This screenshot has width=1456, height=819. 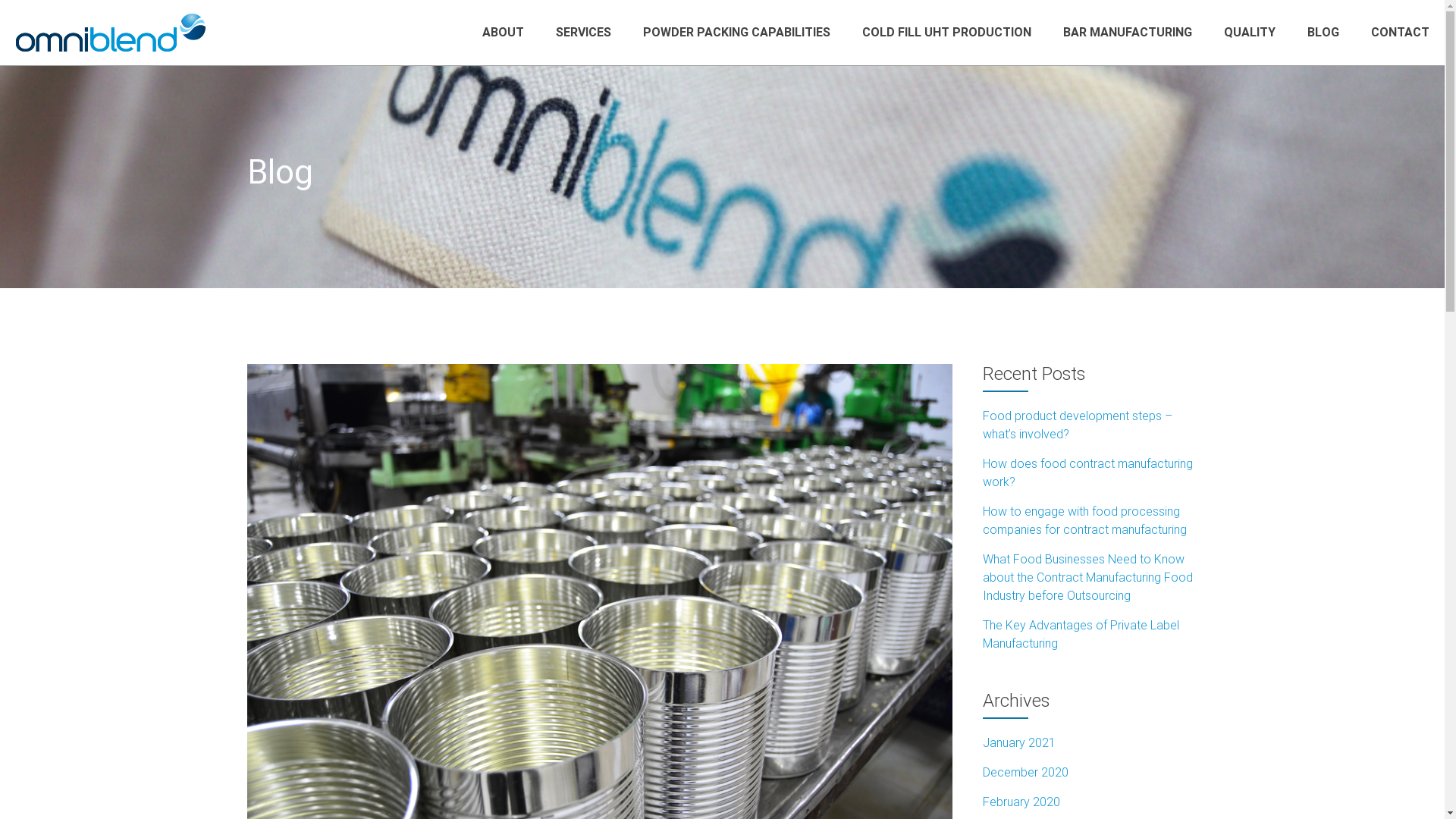 What do you see at coordinates (643, 32) in the screenshot?
I see `'POWDER PACKING CAPABILITIES'` at bounding box center [643, 32].